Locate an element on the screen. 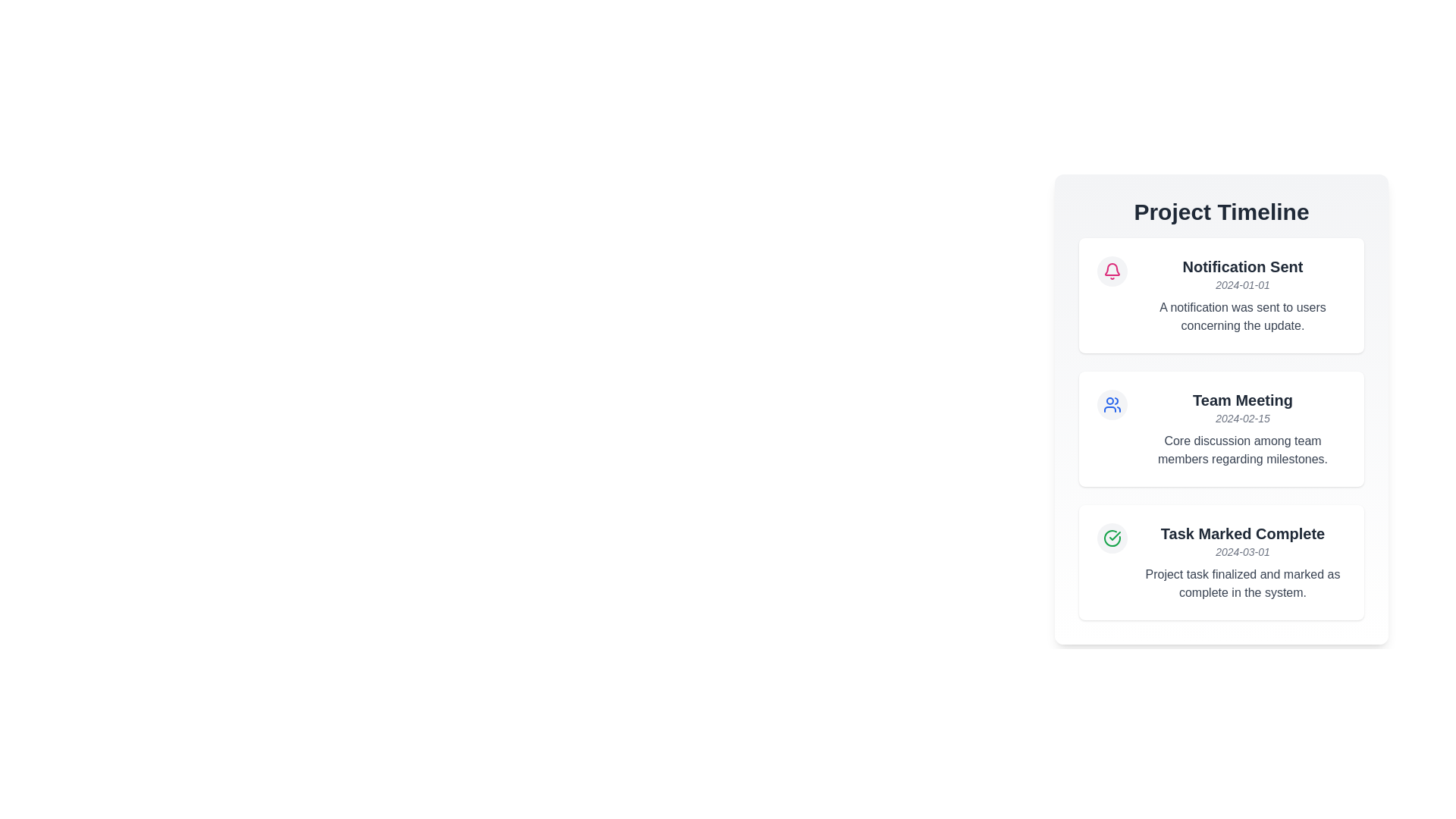  the date label displaying '2024-01-01', which is positioned beneath 'Notification Sent' and above the description text is located at coordinates (1242, 284).